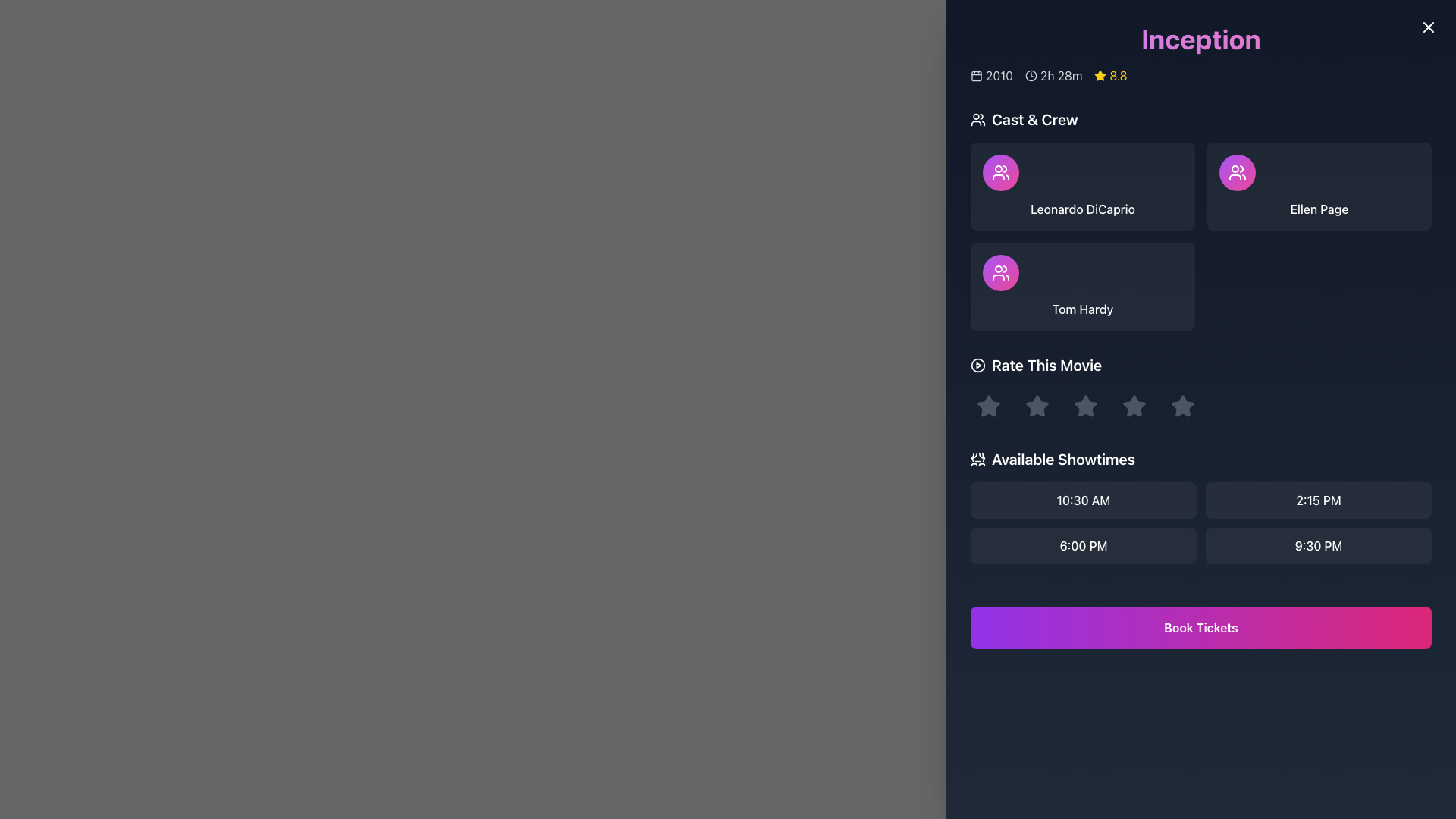  What do you see at coordinates (1111, 76) in the screenshot?
I see `the Rating indicator with associated icon located in the top-right section of the interface, near the title 'Inception'` at bounding box center [1111, 76].